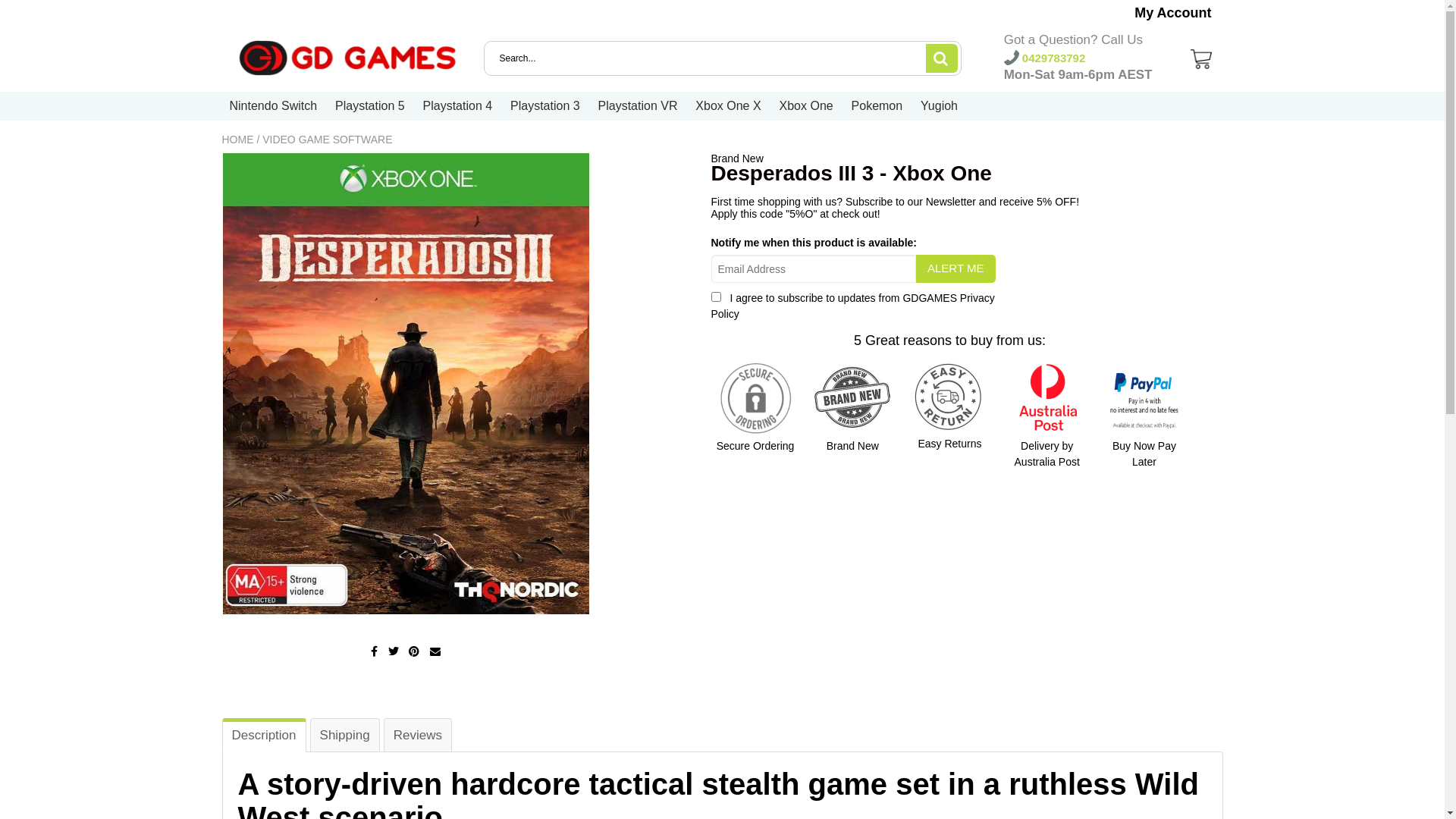  What do you see at coordinates (457, 105) in the screenshot?
I see `'Playstation 4'` at bounding box center [457, 105].